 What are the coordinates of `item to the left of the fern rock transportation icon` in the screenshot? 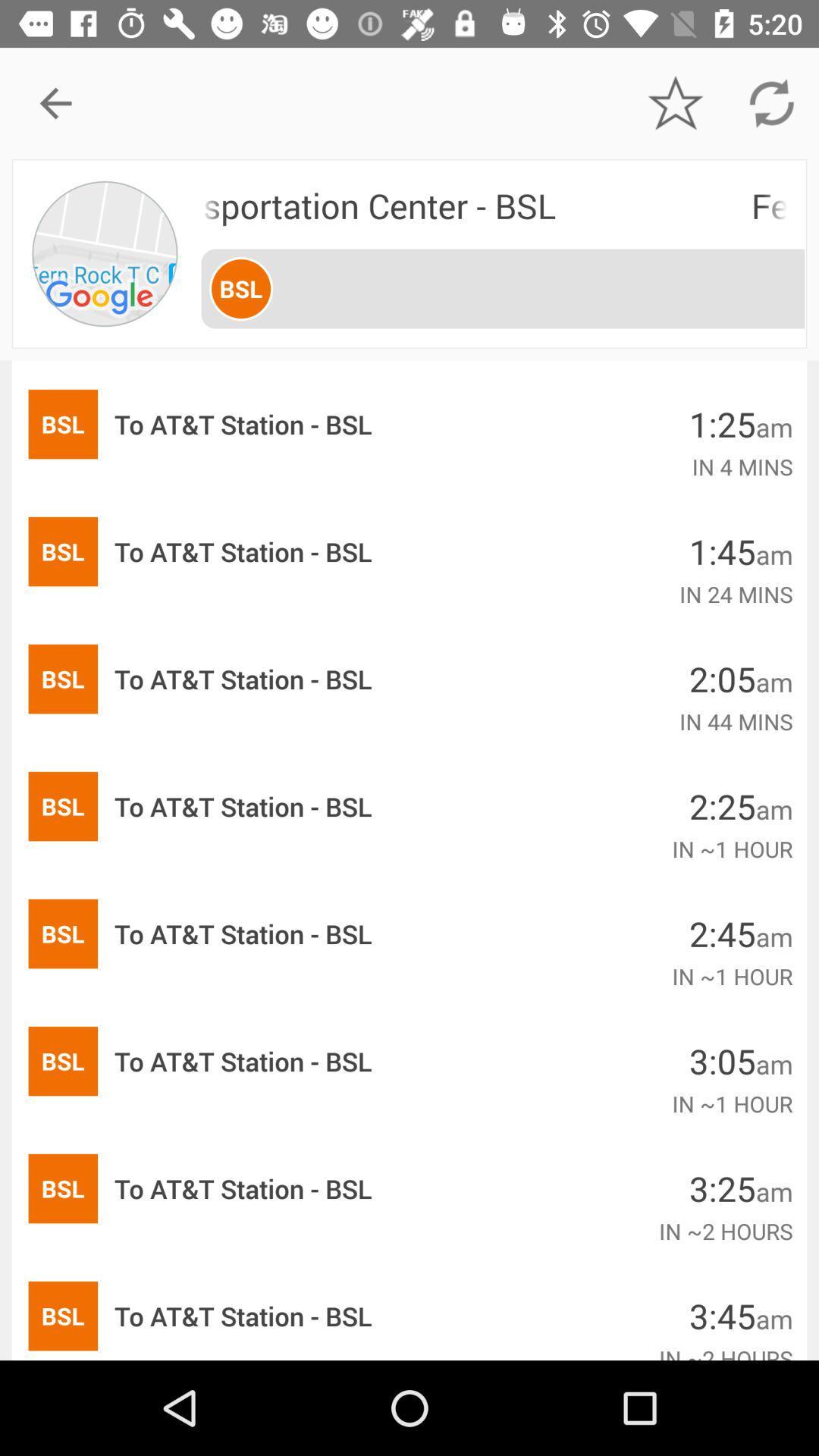 It's located at (105, 253).